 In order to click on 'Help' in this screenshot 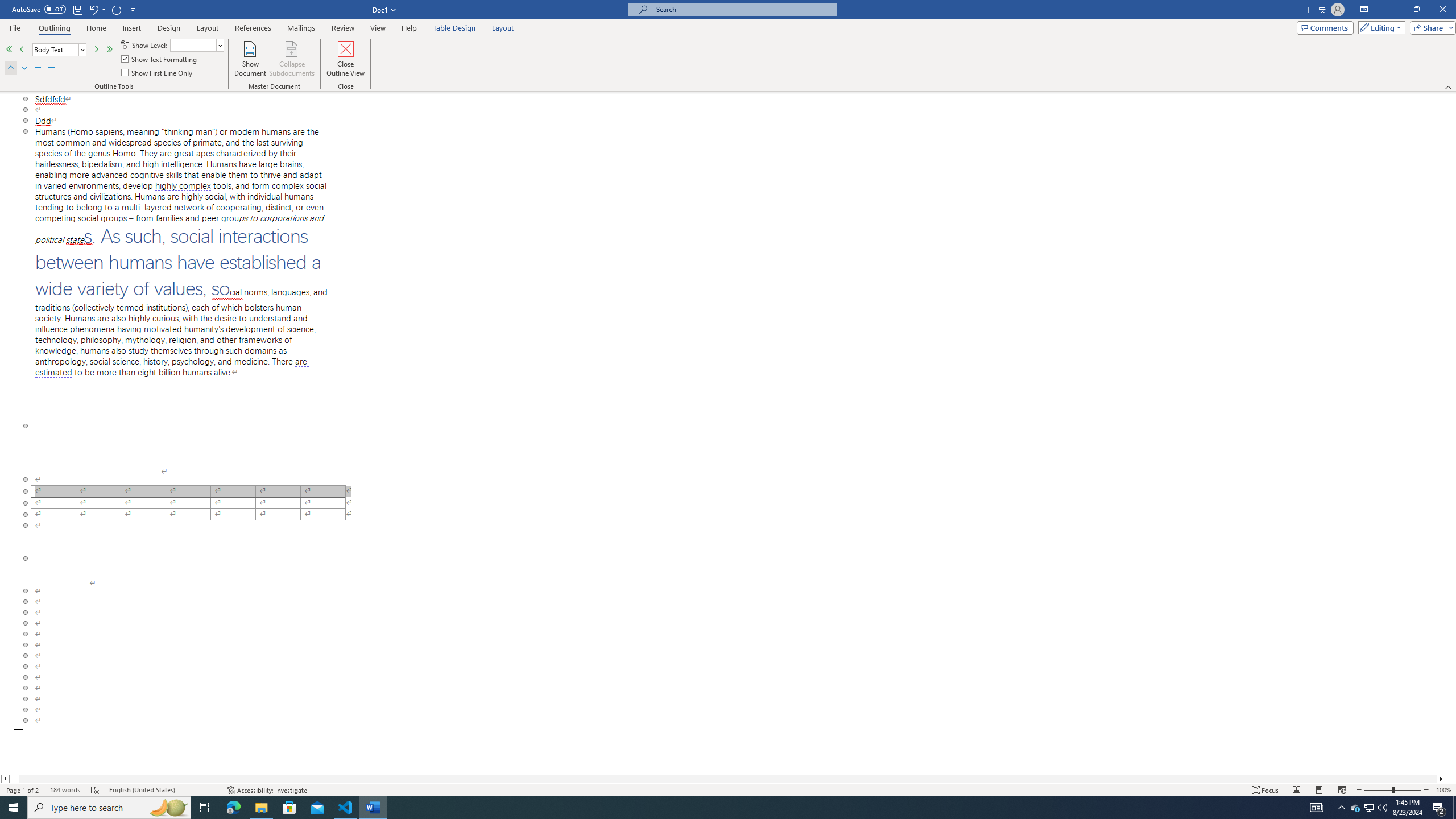, I will do `click(409, 28)`.